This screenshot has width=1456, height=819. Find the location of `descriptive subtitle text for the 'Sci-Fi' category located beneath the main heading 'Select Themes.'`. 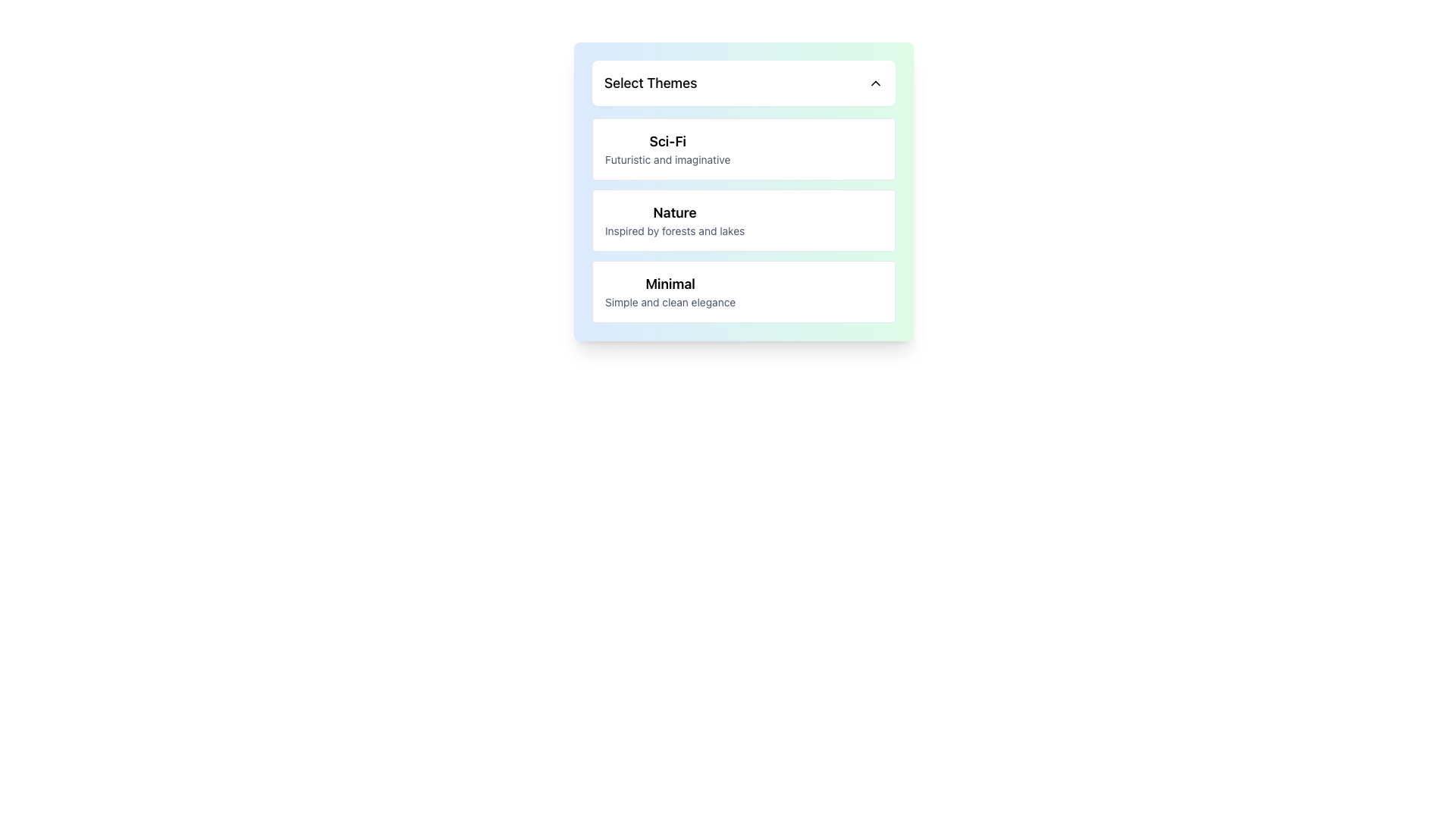

descriptive subtitle text for the 'Sci-Fi' category located beneath the main heading 'Select Themes.' is located at coordinates (667, 160).